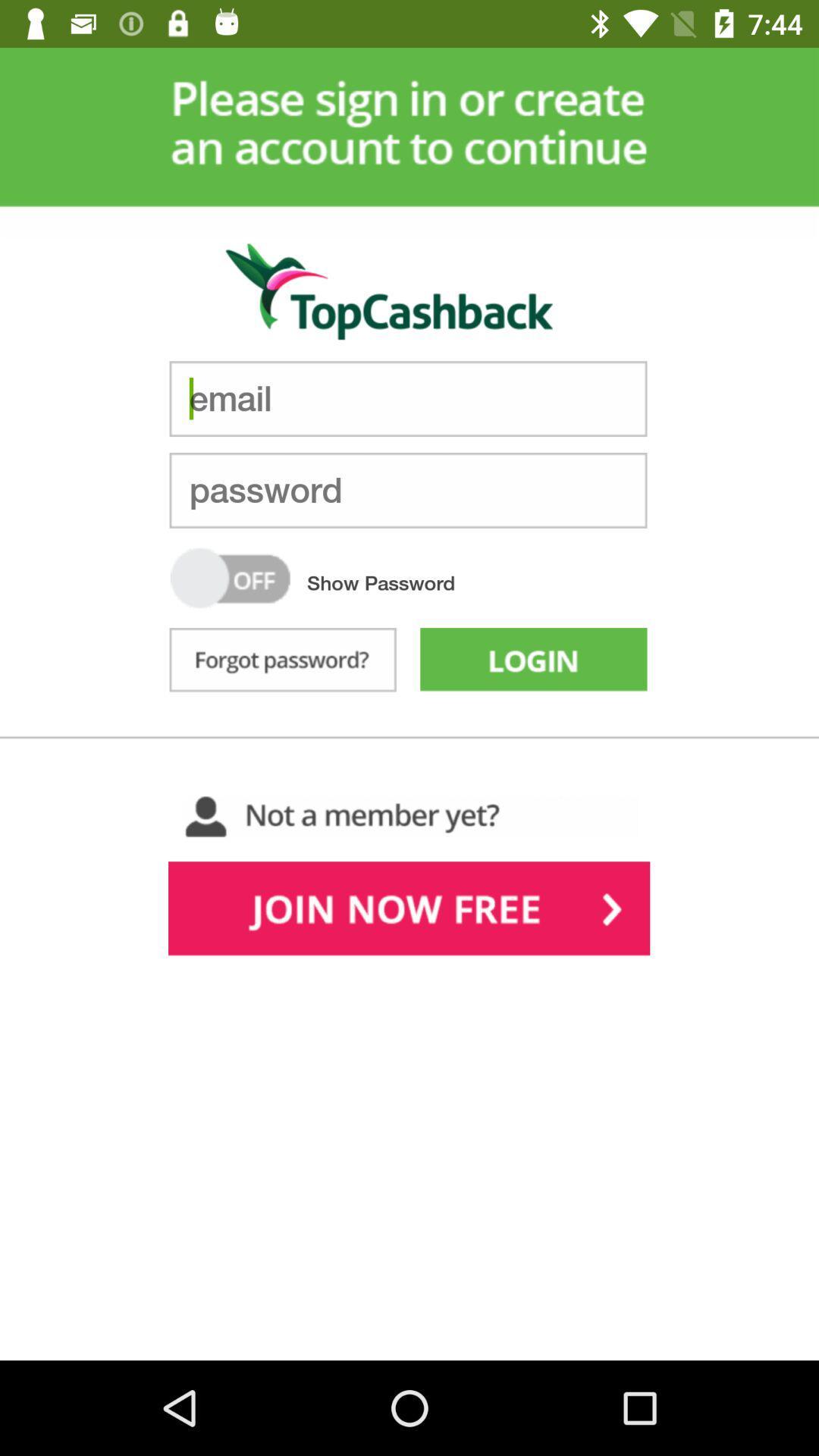 This screenshot has height=1456, width=819. I want to click on turn show password on or off, so click(230, 577).